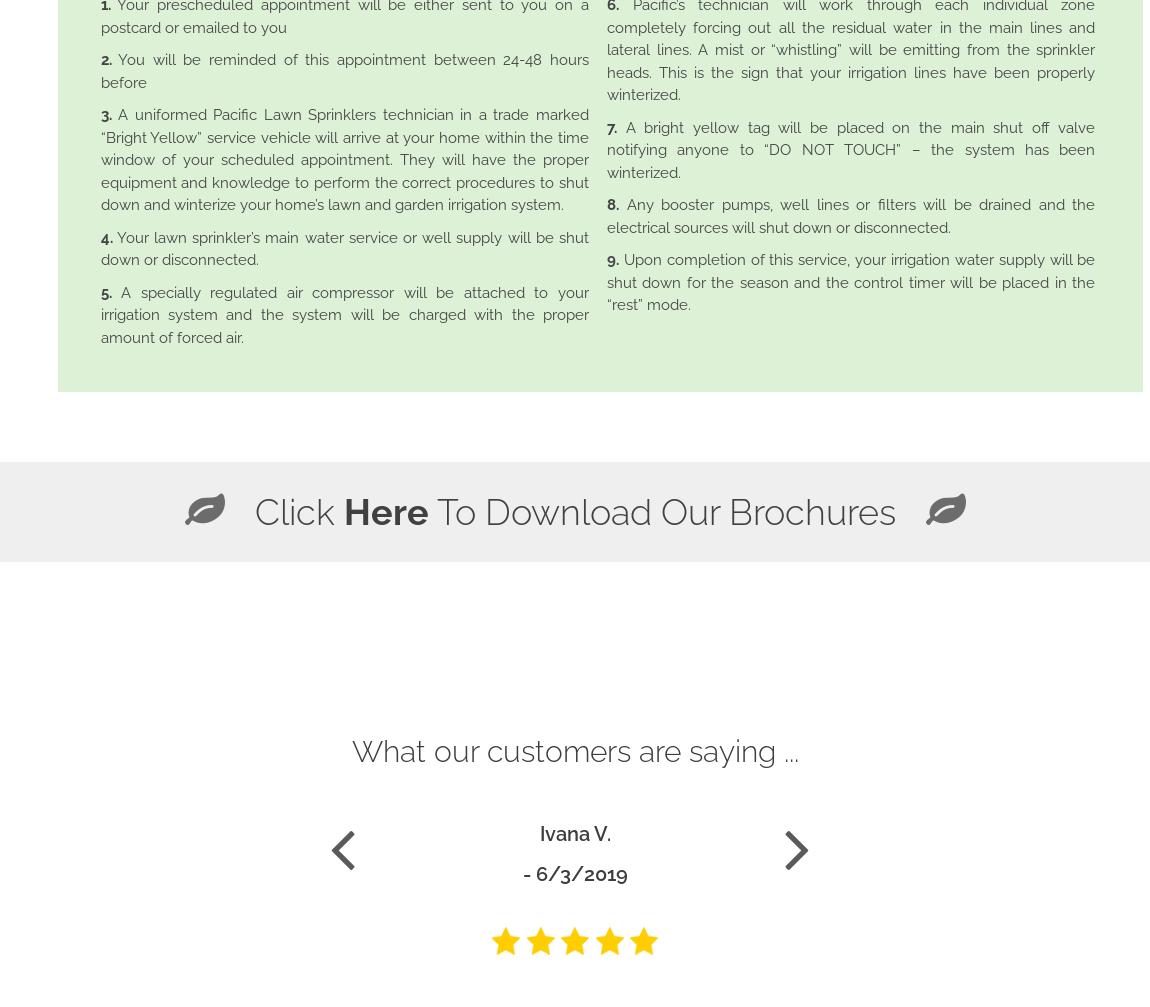 Image resolution: width=1150 pixels, height=1007 pixels. Describe the element at coordinates (611, 205) in the screenshot. I see `'8.'` at that location.